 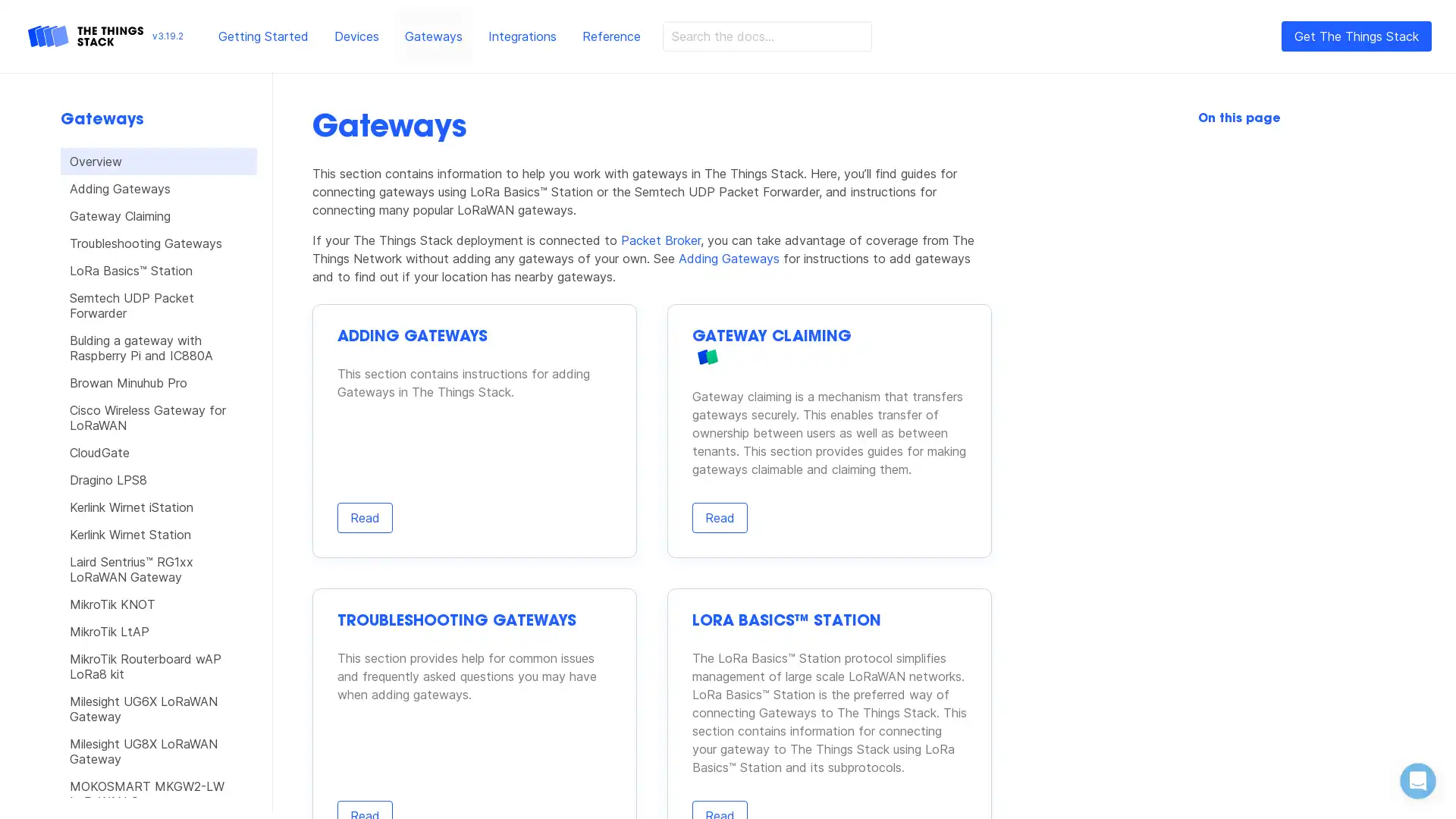 What do you see at coordinates (1417, 780) in the screenshot?
I see `Open Intercom Messenger` at bounding box center [1417, 780].